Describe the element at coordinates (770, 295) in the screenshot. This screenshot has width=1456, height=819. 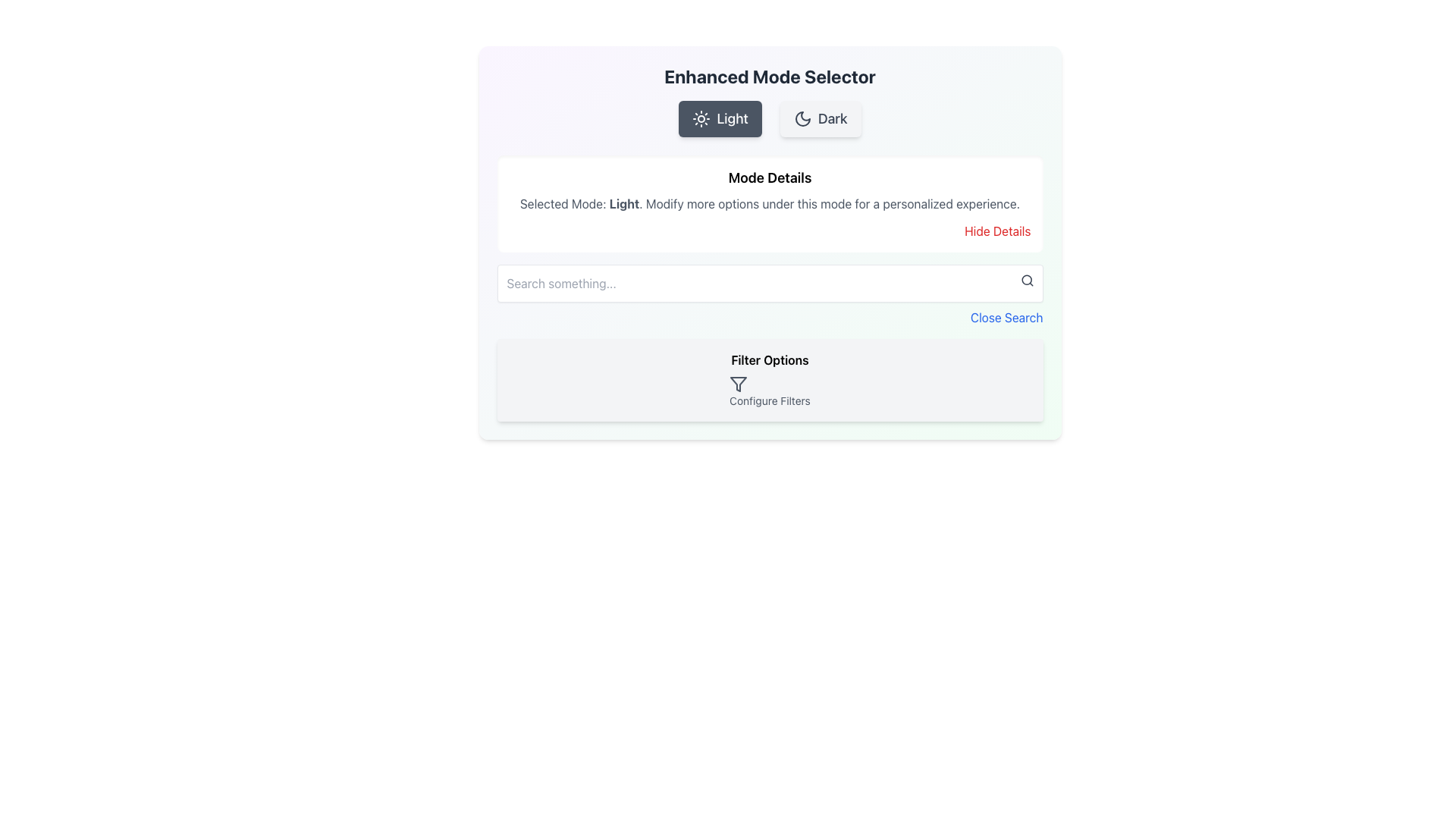
I see `the 'Close Search' hyperlink located in the 'Enhanced Mode Selector' section, which is positioned to the right of the search bar` at that location.